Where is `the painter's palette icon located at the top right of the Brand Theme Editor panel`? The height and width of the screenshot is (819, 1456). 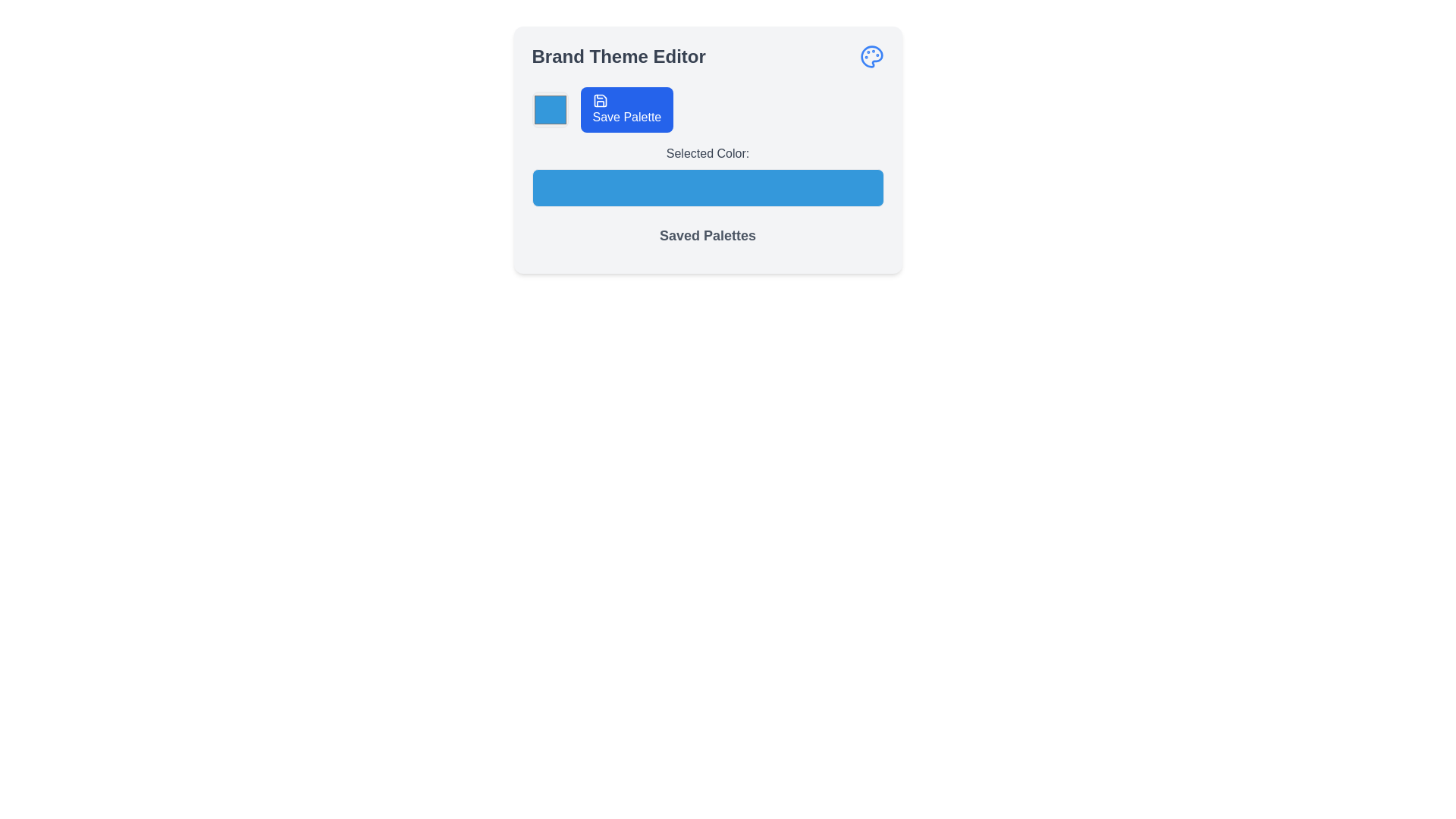 the painter's palette icon located at the top right of the Brand Theme Editor panel is located at coordinates (871, 55).